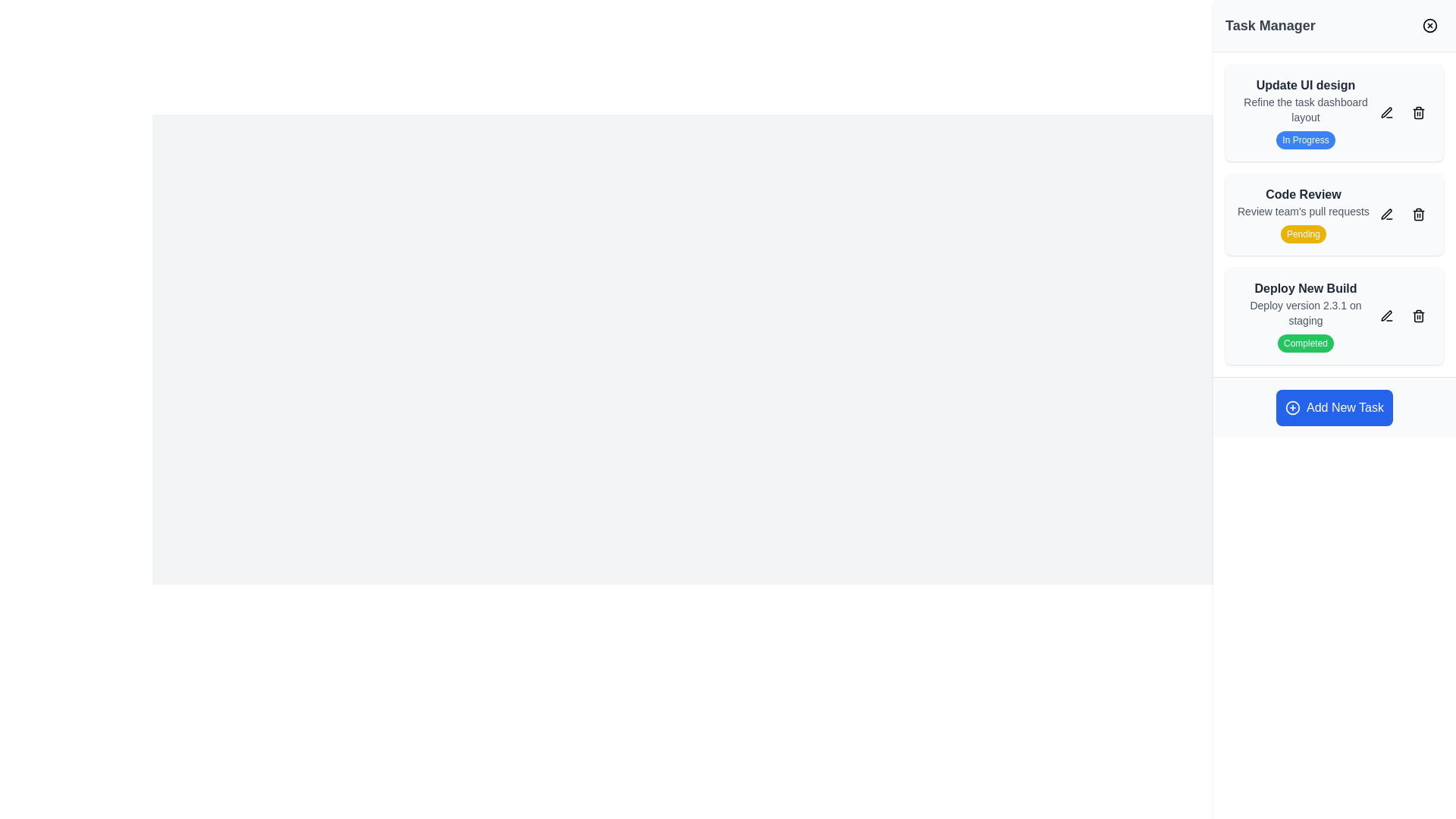 The height and width of the screenshot is (819, 1456). What do you see at coordinates (1429, 26) in the screenshot?
I see `the 'Close' button located at the far-end of the top header section labeled 'Task Manager'` at bounding box center [1429, 26].